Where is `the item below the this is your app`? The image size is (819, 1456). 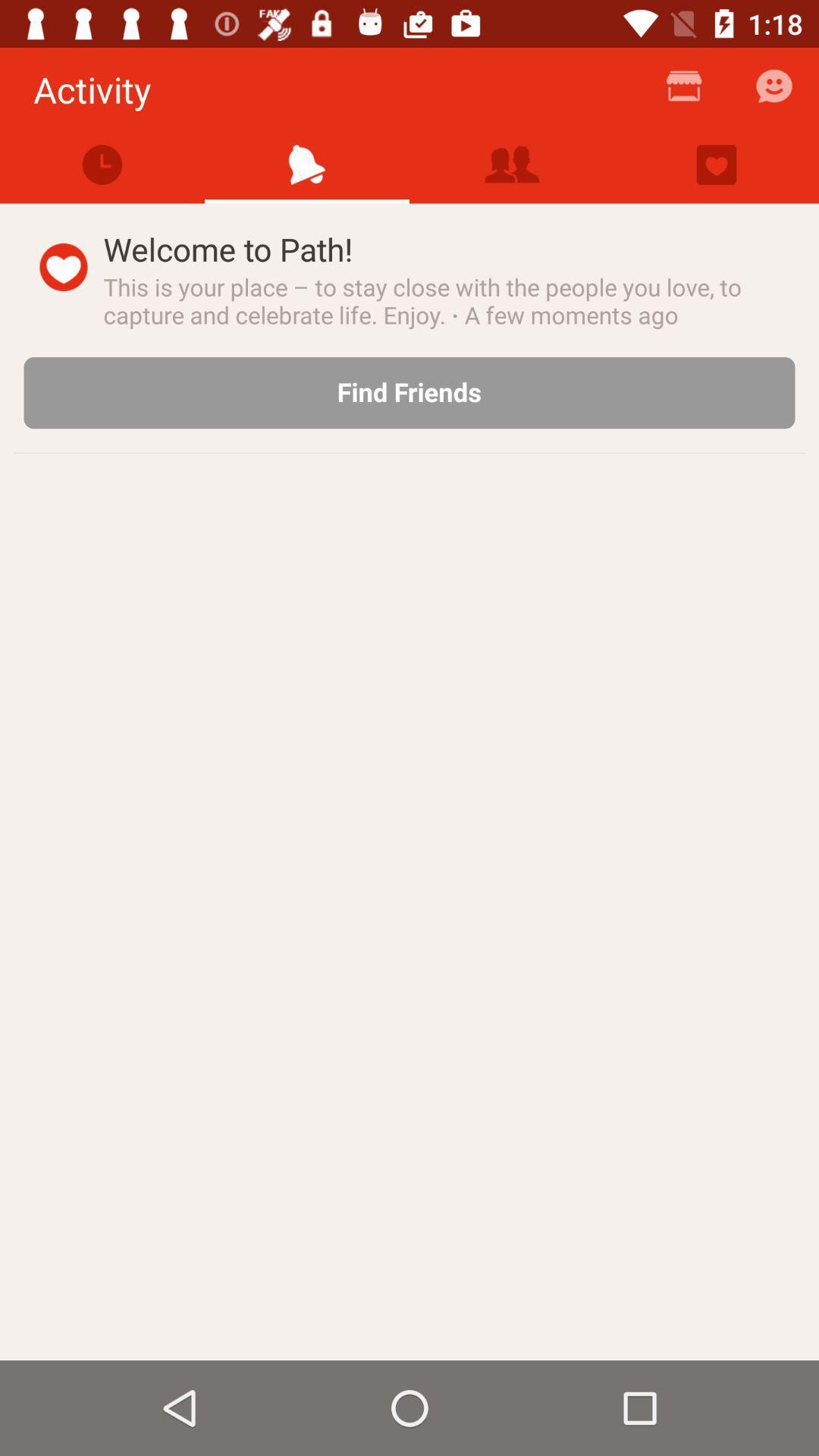 the item below the this is your app is located at coordinates (409, 393).